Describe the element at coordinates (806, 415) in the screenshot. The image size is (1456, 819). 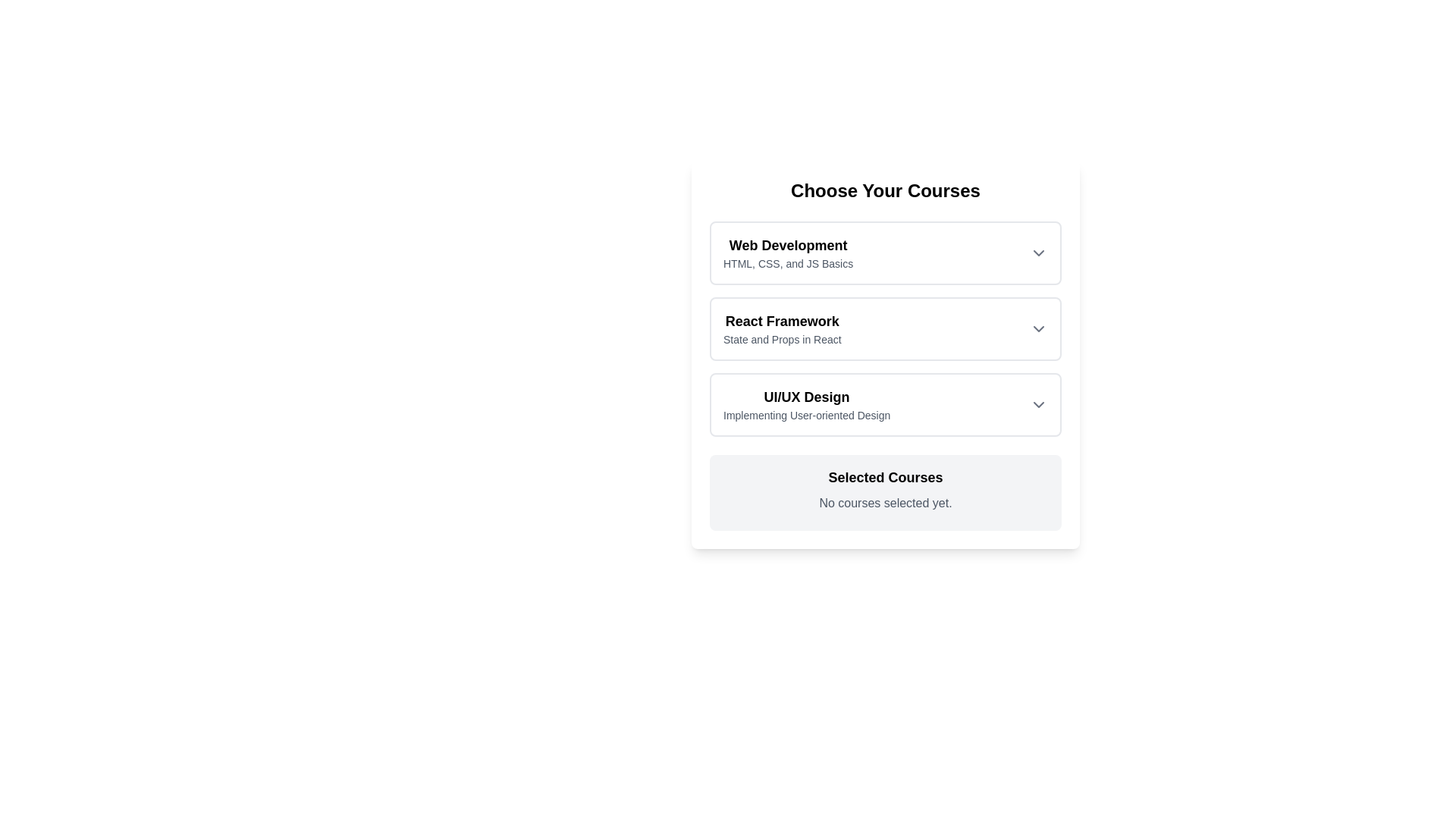
I see `the descriptive Text label related to the 'UI/UX Design' section` at that location.